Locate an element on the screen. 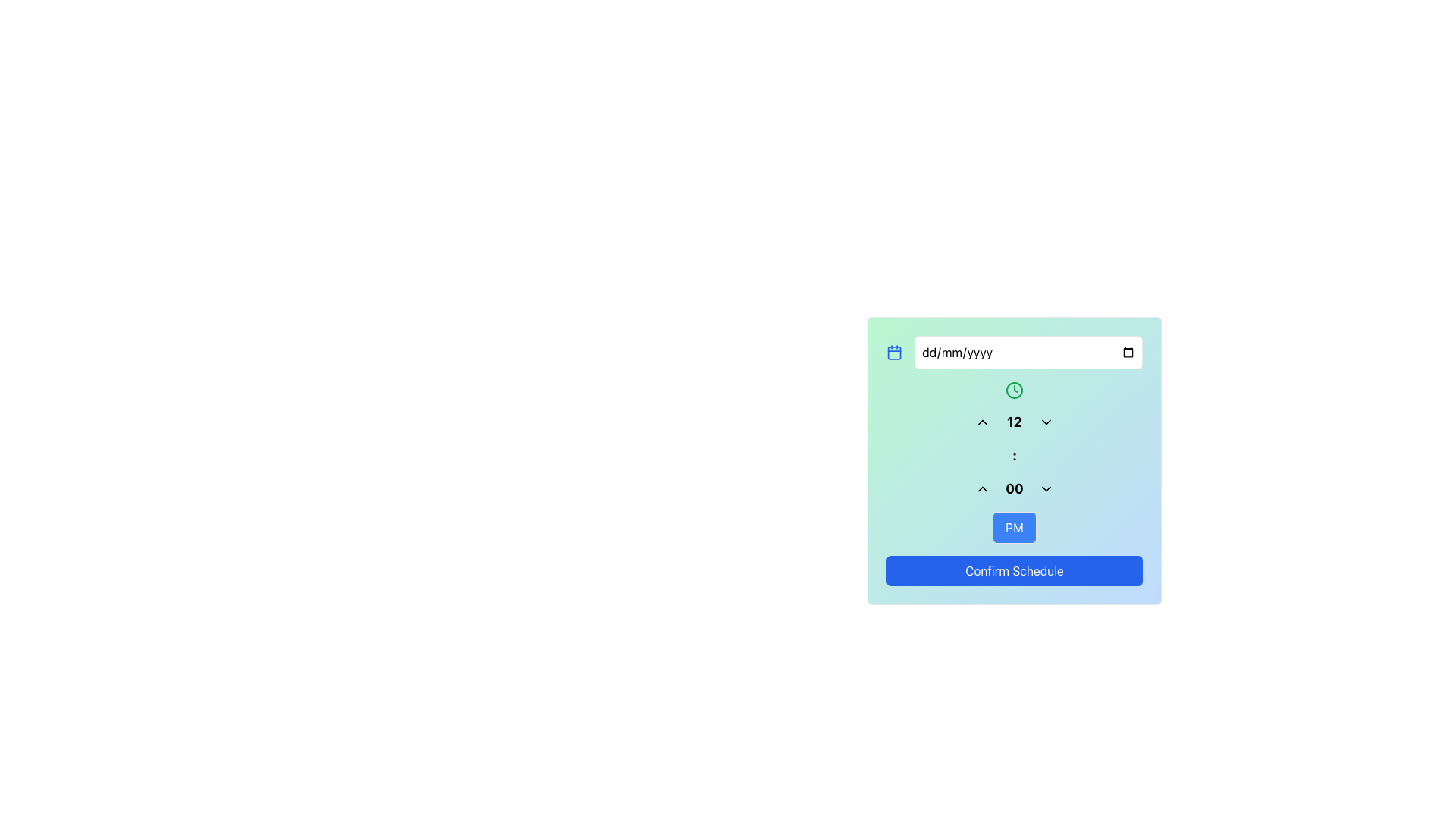  the text element that visually separates the hour and minute values in the time selection interface, located between '12' above and '00' below is located at coordinates (1015, 455).